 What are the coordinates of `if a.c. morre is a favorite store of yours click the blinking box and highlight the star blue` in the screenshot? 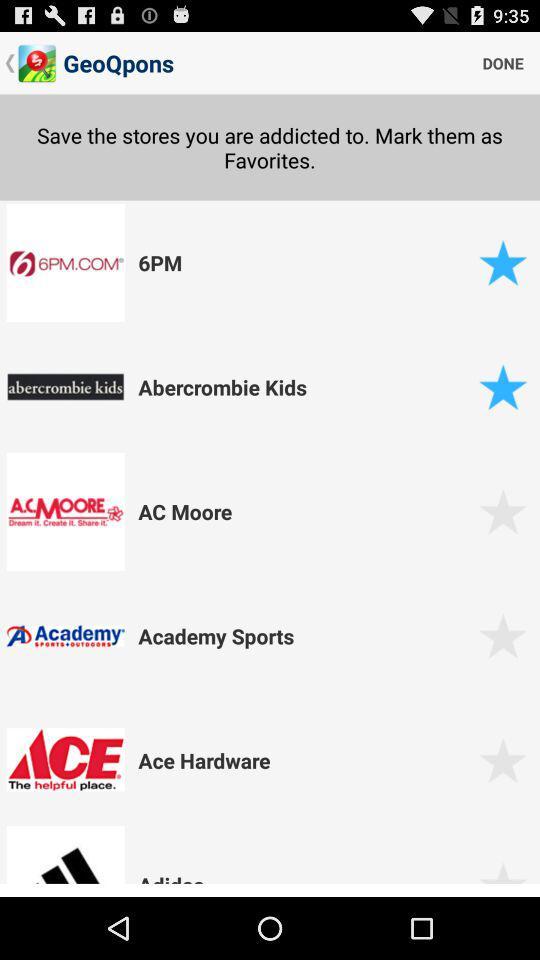 It's located at (502, 510).